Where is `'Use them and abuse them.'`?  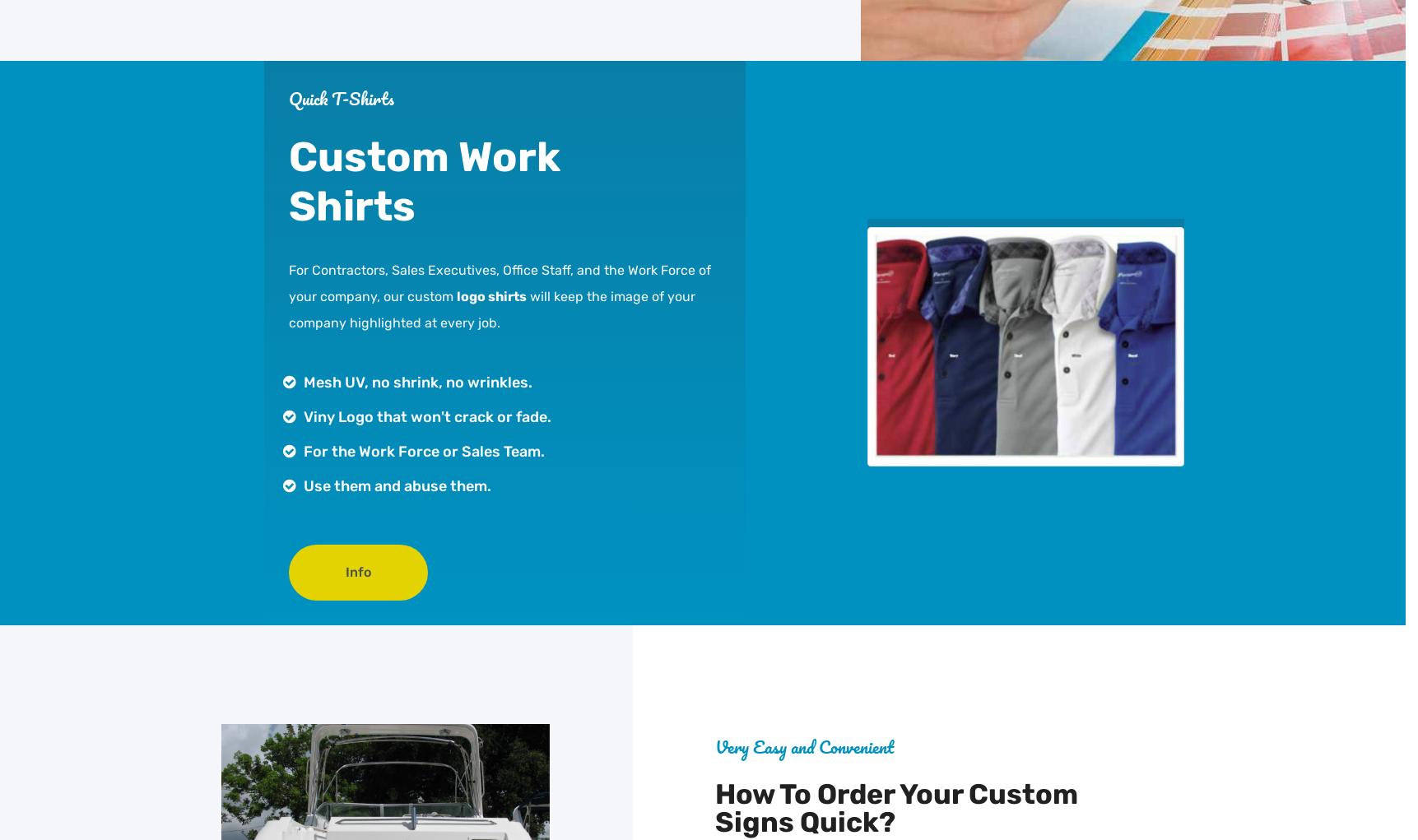
'Use them and abuse them.' is located at coordinates (396, 485).